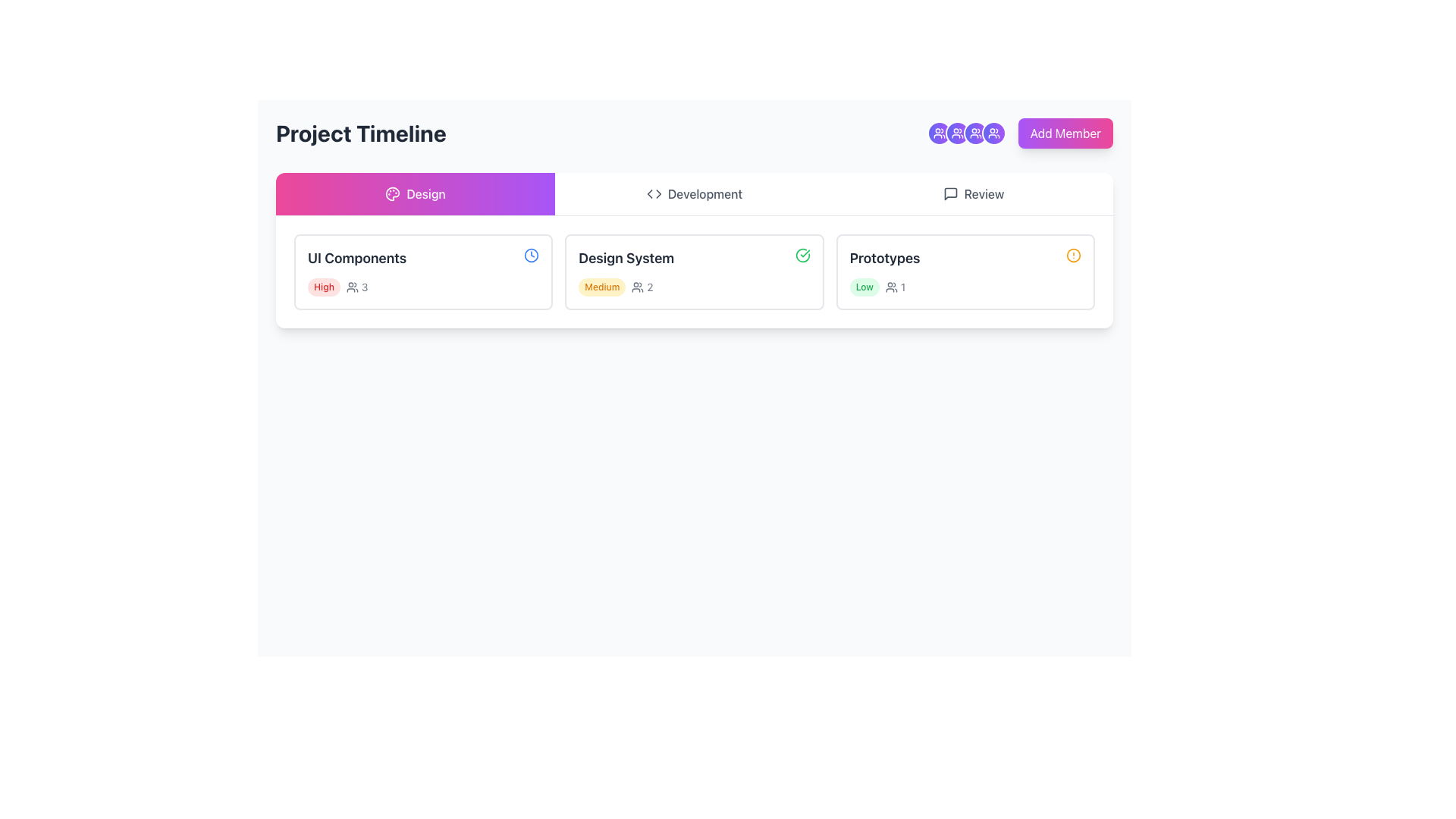  What do you see at coordinates (1073, 254) in the screenshot?
I see `circular alert icon with an amber border located next to the 'Prototypes' text label by clicking on it` at bounding box center [1073, 254].